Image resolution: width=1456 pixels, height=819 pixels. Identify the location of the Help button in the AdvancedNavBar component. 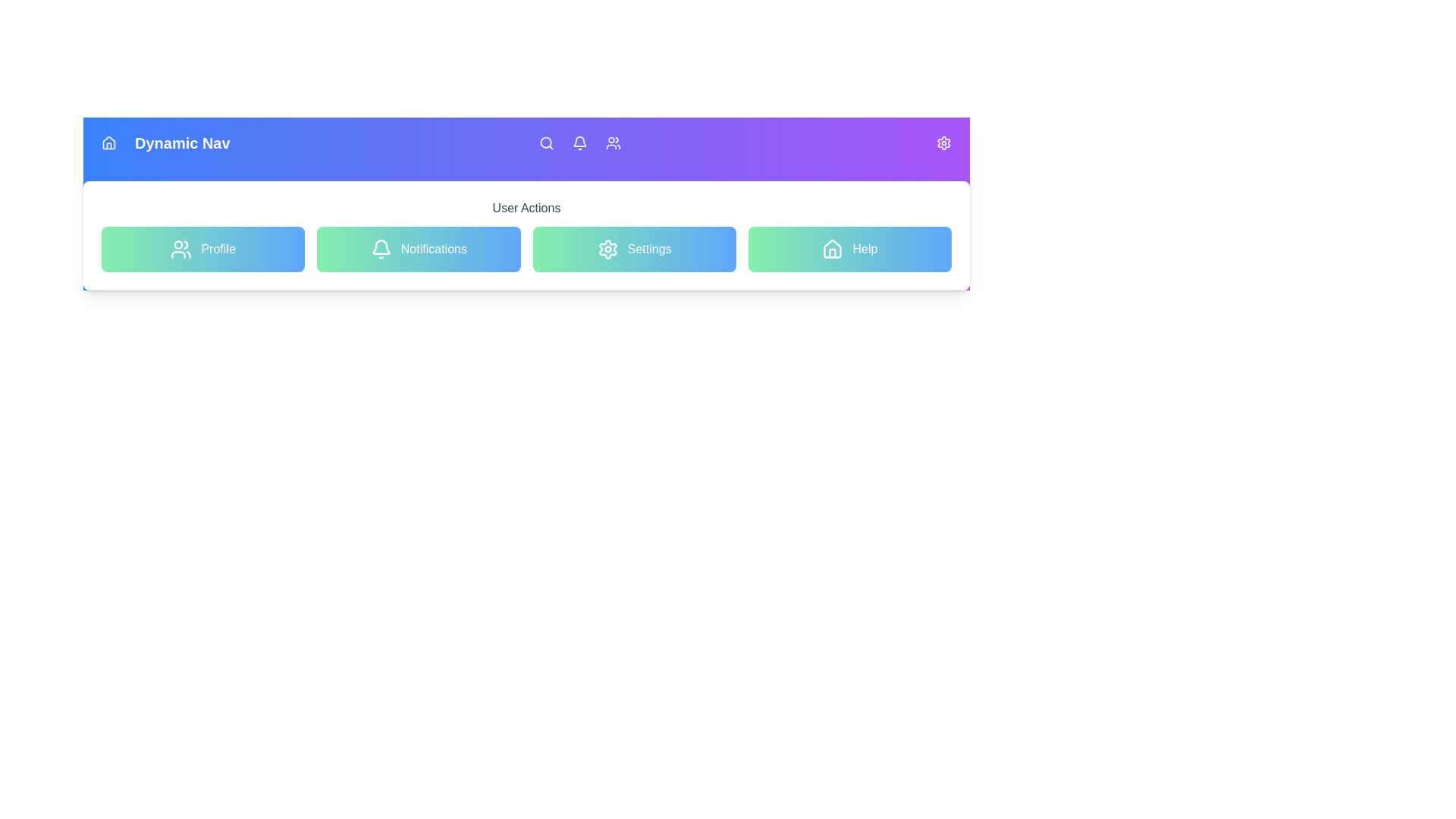
(848, 248).